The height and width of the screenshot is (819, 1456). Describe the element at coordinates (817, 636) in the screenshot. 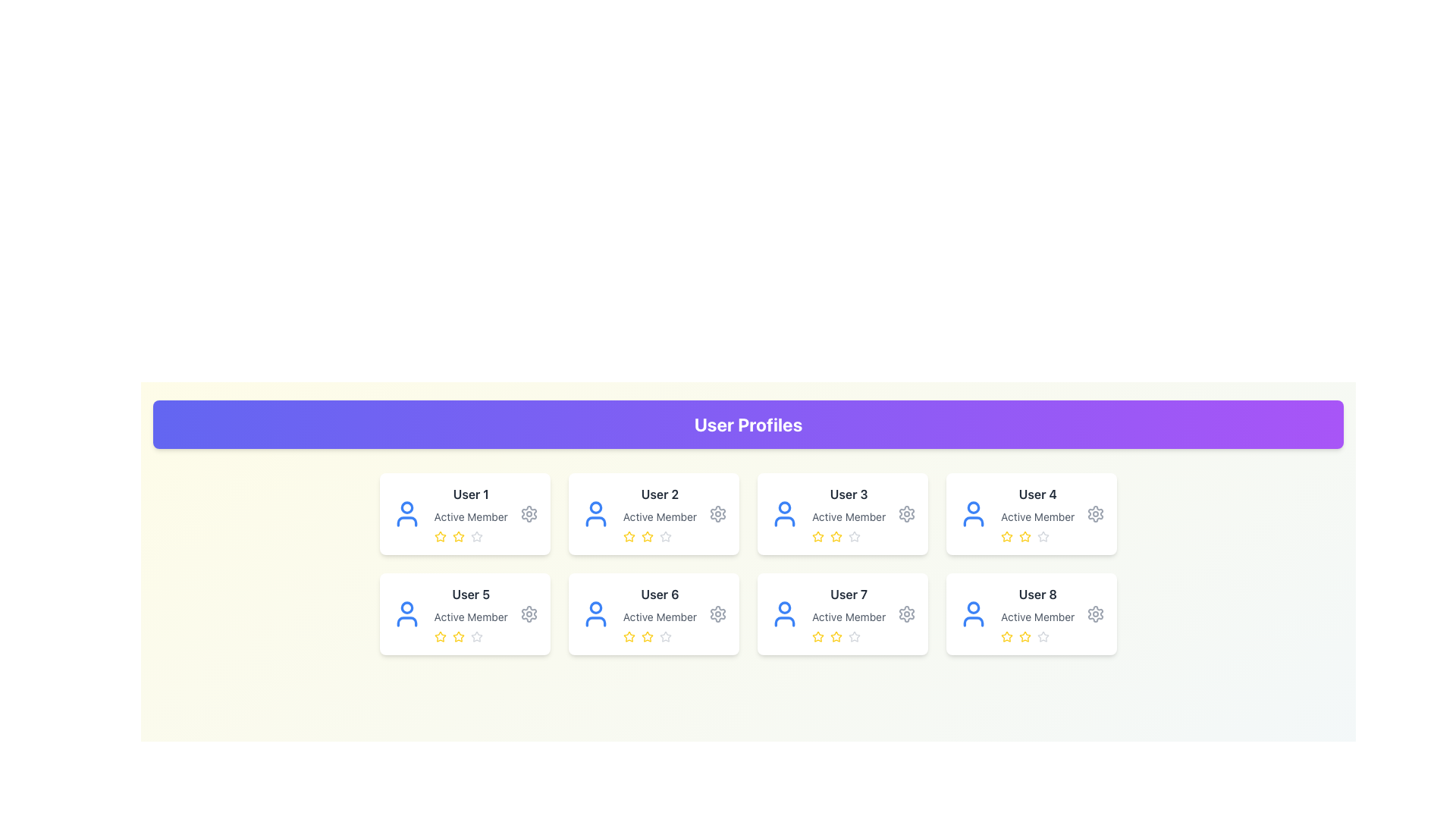

I see `the first star rating icon under 'User 7'` at that location.